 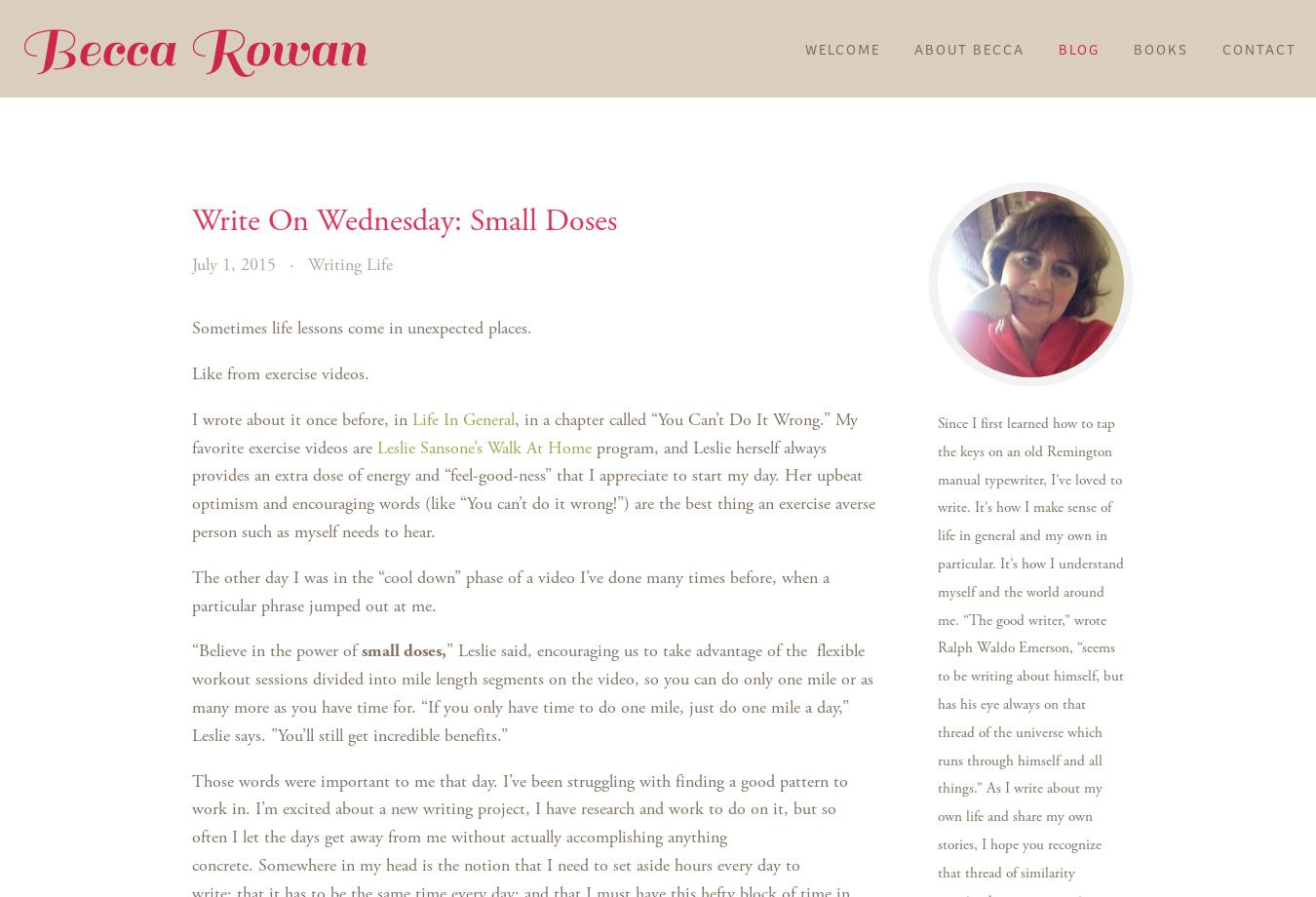 What do you see at coordinates (462, 417) in the screenshot?
I see `'Life In General'` at bounding box center [462, 417].